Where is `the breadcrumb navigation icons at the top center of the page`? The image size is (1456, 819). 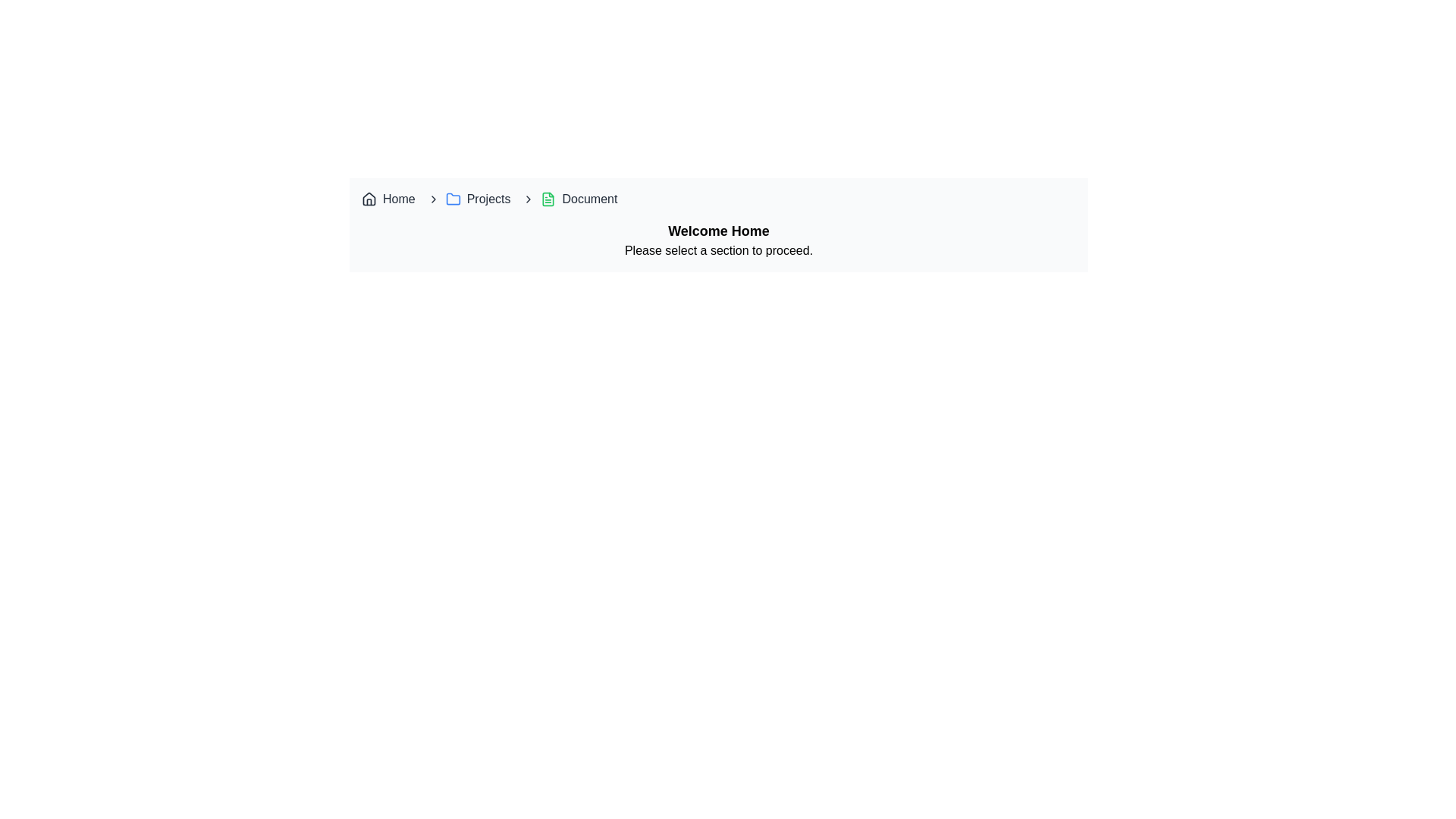
the breadcrumb navigation icons at the top center of the page is located at coordinates (718, 198).